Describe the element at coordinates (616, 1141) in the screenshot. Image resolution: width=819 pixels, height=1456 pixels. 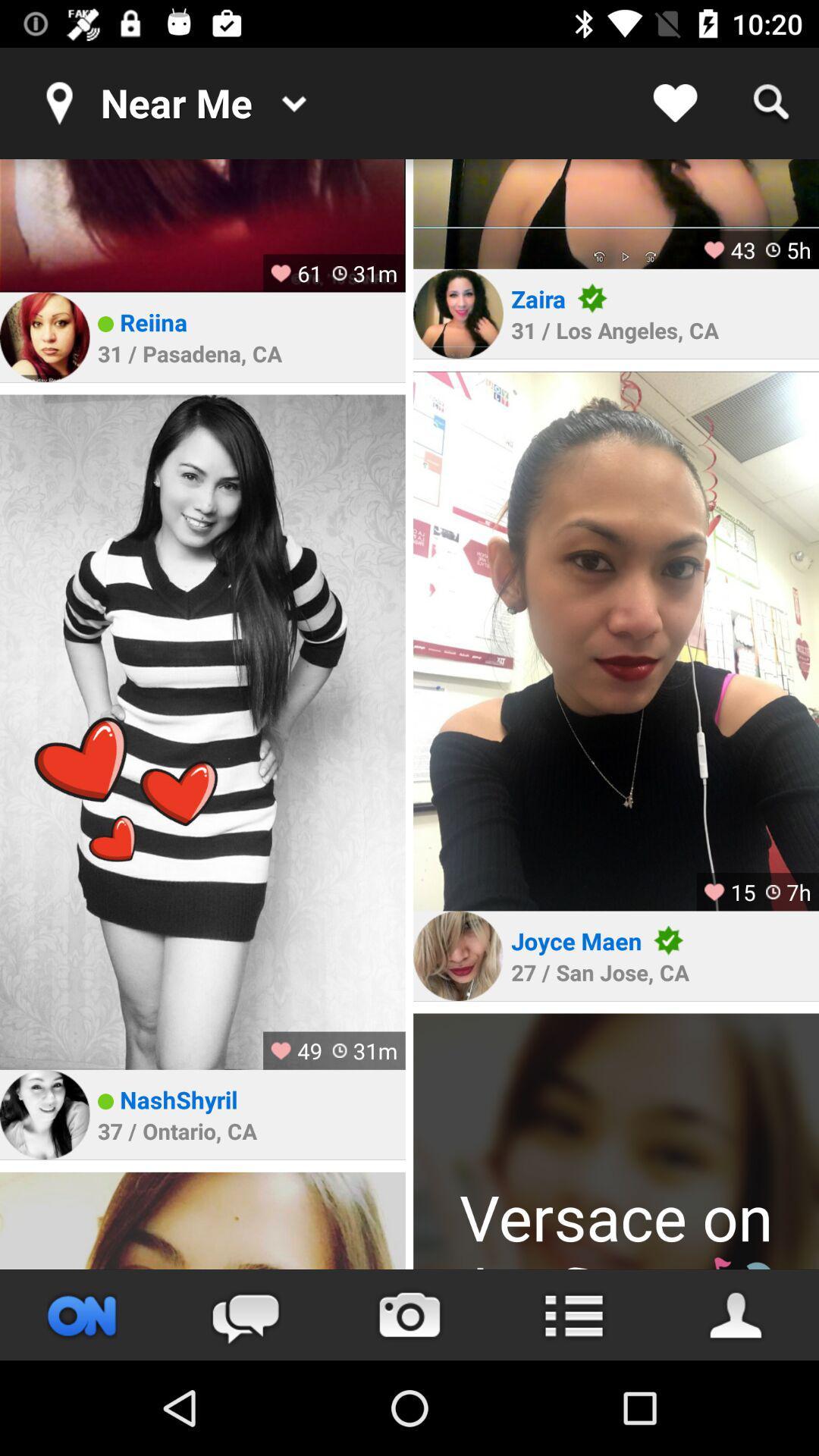
I see `open profile` at that location.